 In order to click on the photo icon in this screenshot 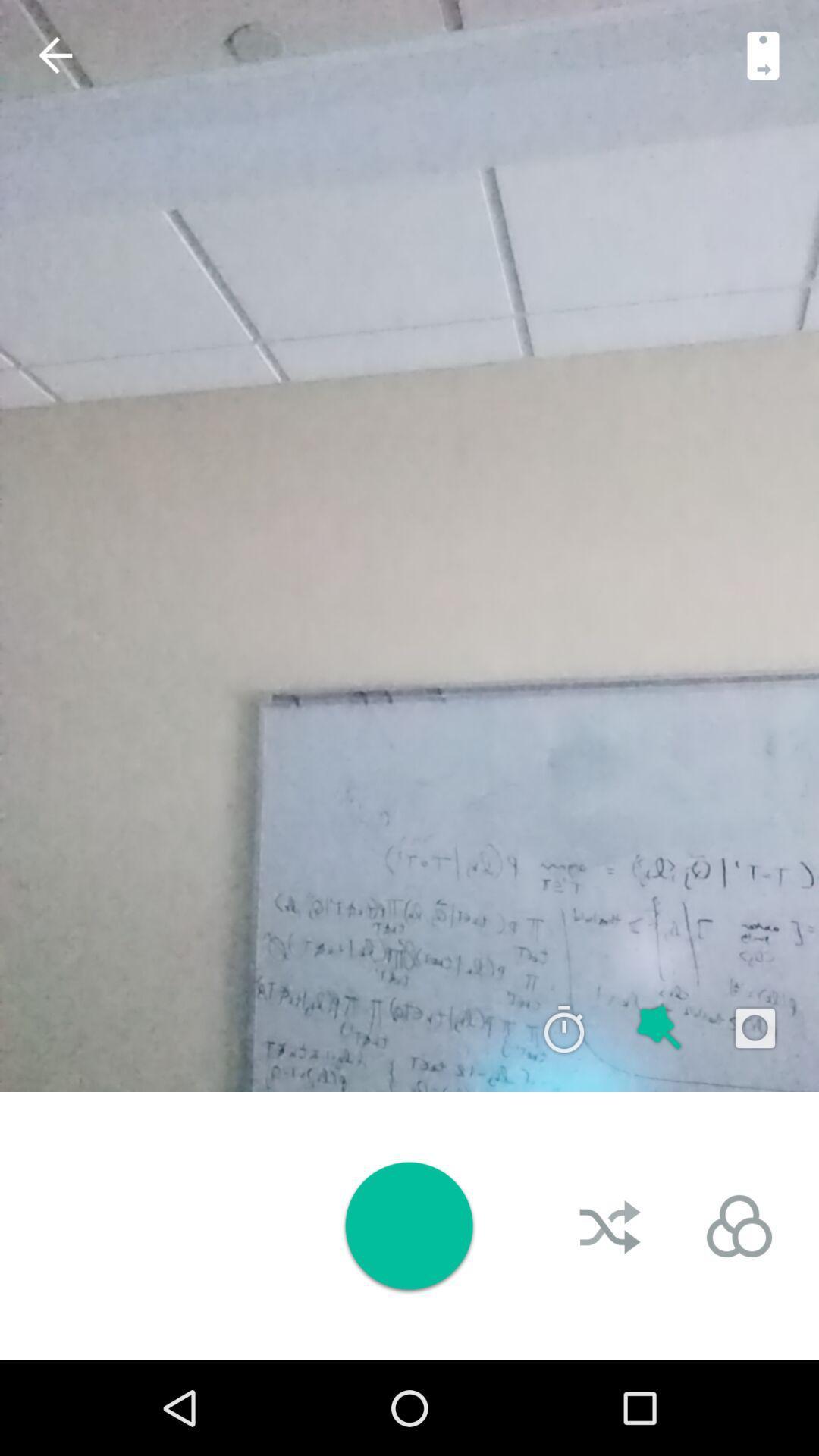, I will do `click(755, 1028)`.